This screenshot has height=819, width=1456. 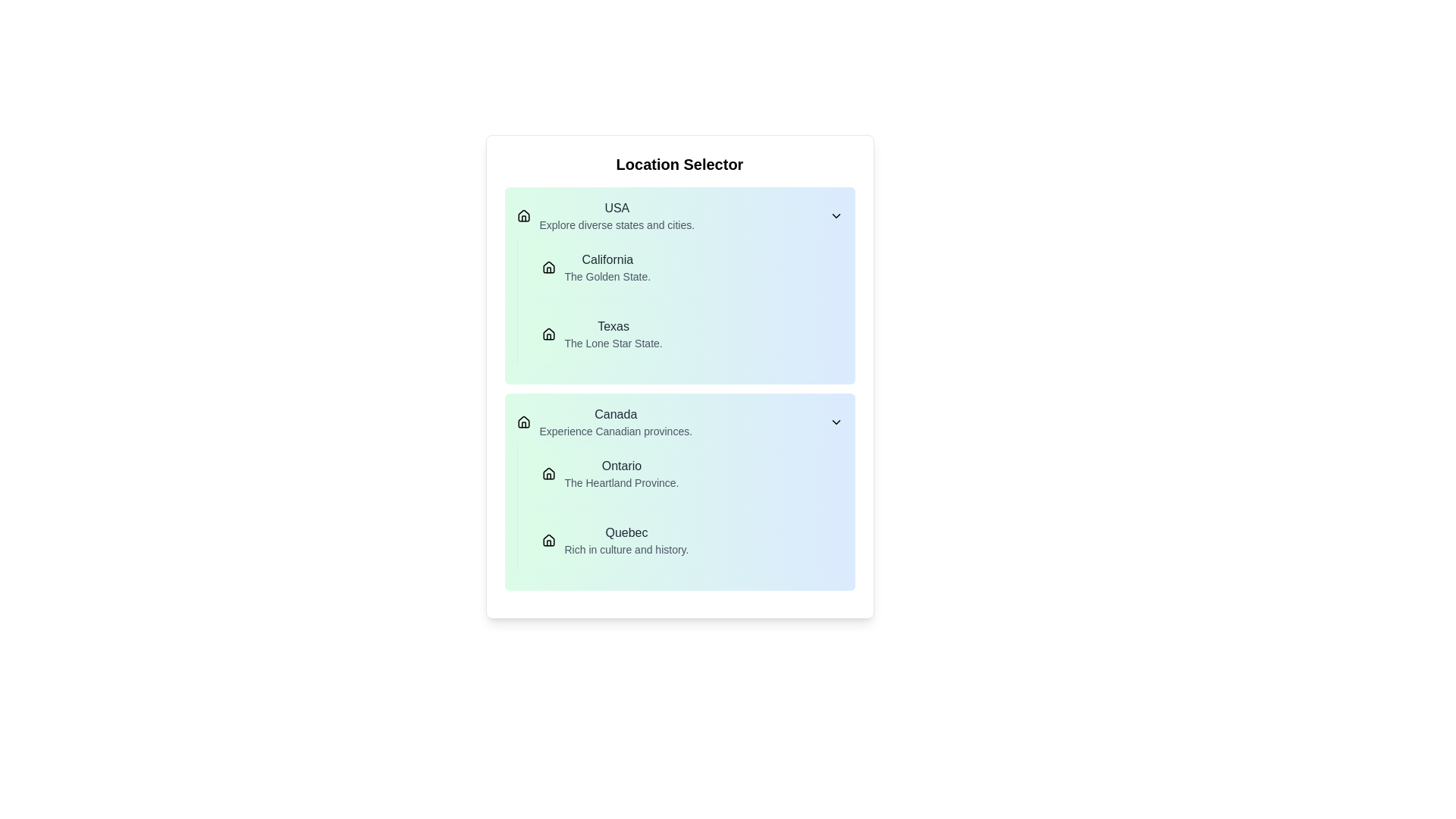 I want to click on the static text label displaying 'Canada', which is a bold, dark gray text in a list of locations, positioned as the first item under the region label 'Canada', so click(x=616, y=415).